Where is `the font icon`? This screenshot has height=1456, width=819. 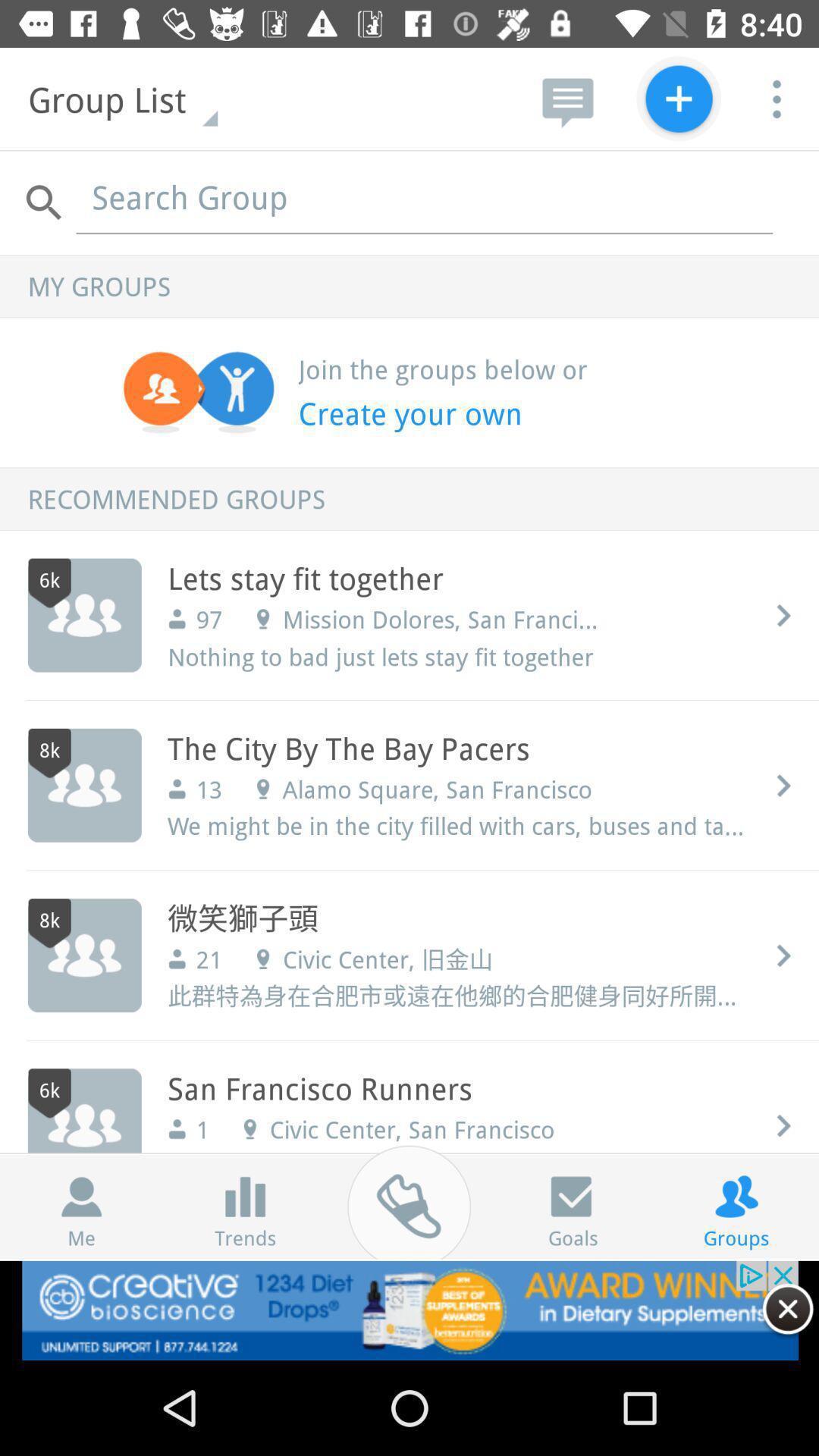 the font icon is located at coordinates (244, 1196).